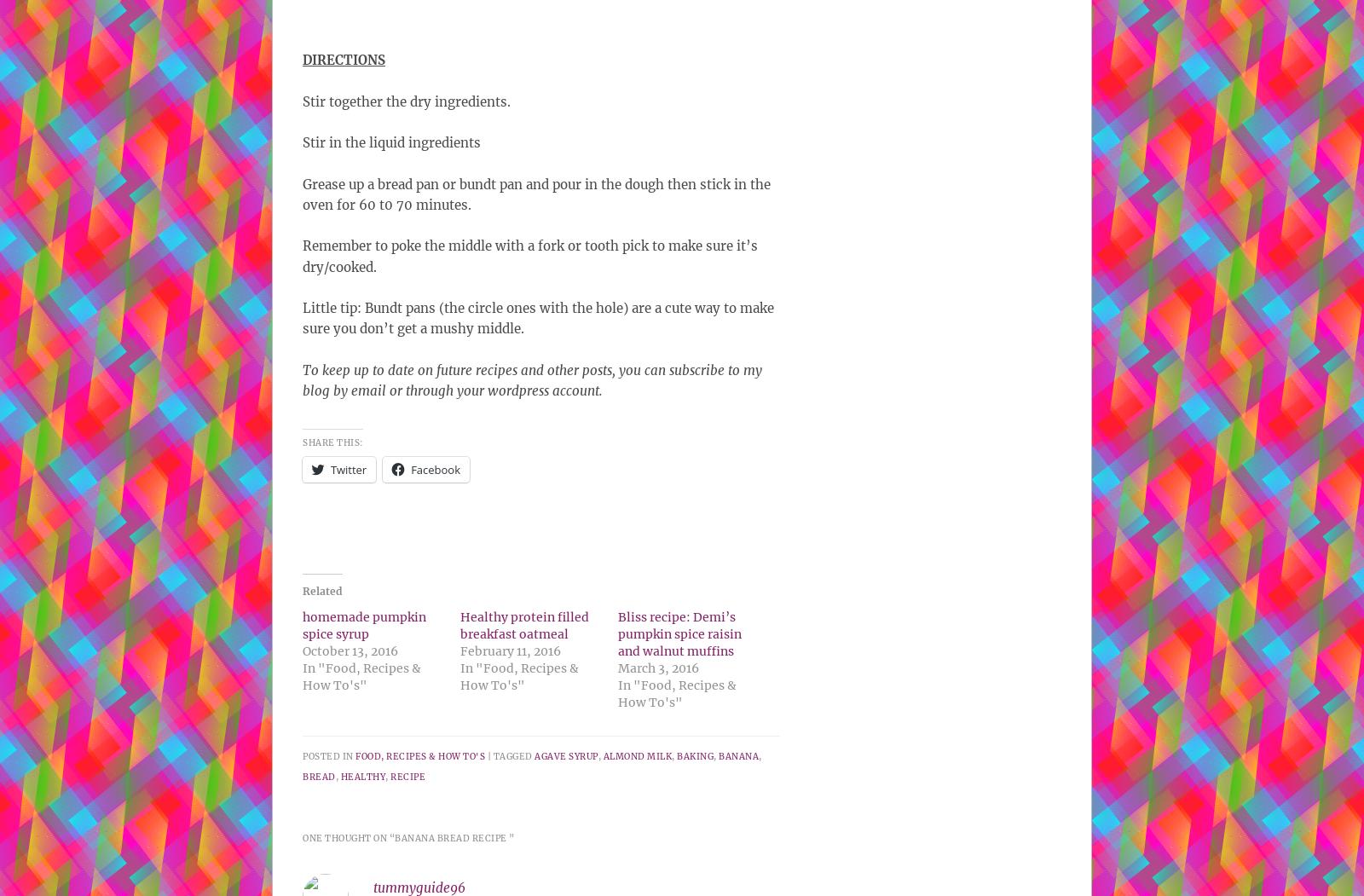 Image resolution: width=1364 pixels, height=896 pixels. I want to click on 'Remember to poke the middle with a fork or tooth pick to make sure it’s dry/cooked.', so click(530, 255).